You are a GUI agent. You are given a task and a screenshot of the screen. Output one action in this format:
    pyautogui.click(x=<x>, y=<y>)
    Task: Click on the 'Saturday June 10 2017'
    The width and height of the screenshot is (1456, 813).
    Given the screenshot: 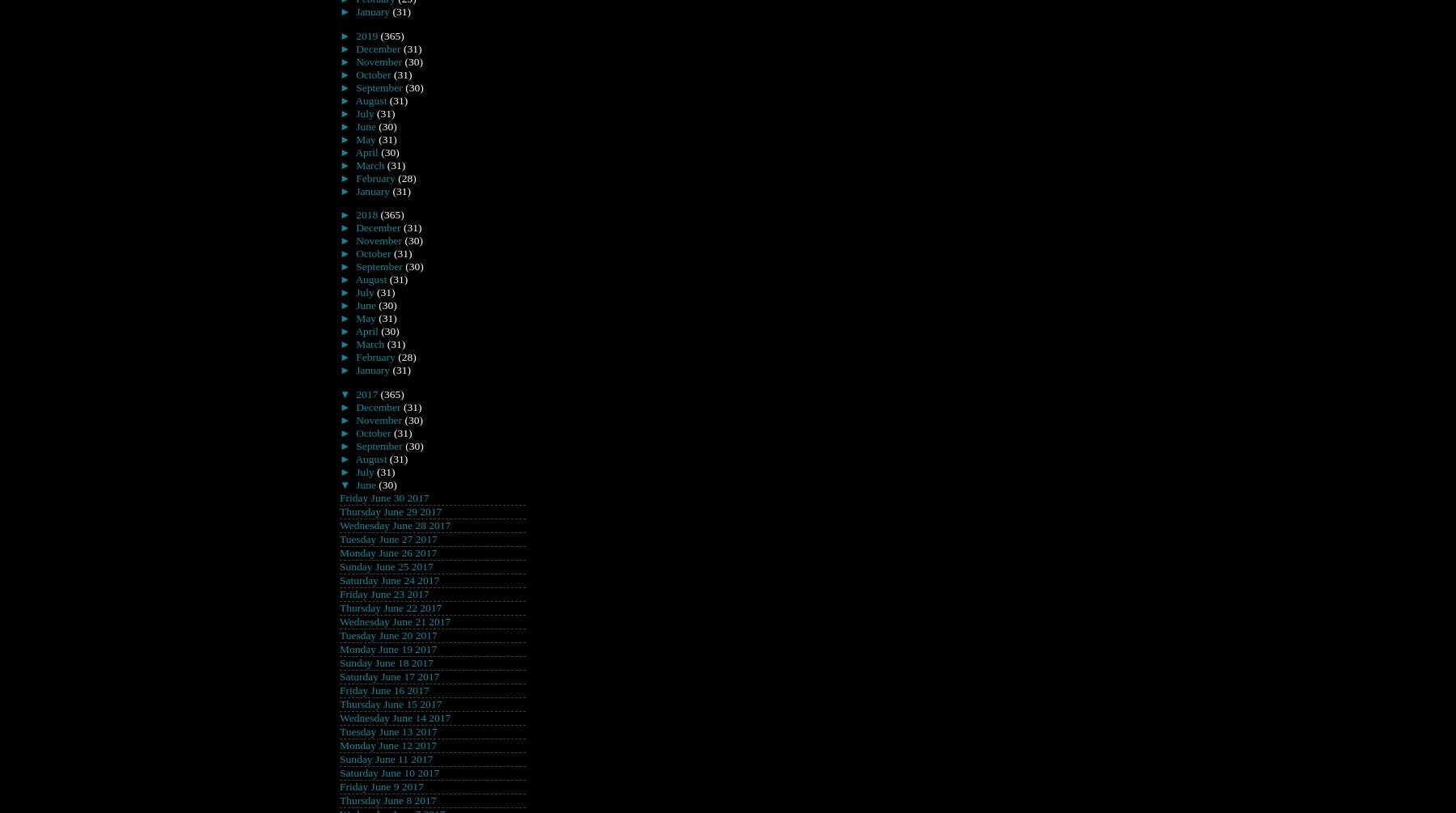 What is the action you would take?
    pyautogui.click(x=339, y=771)
    